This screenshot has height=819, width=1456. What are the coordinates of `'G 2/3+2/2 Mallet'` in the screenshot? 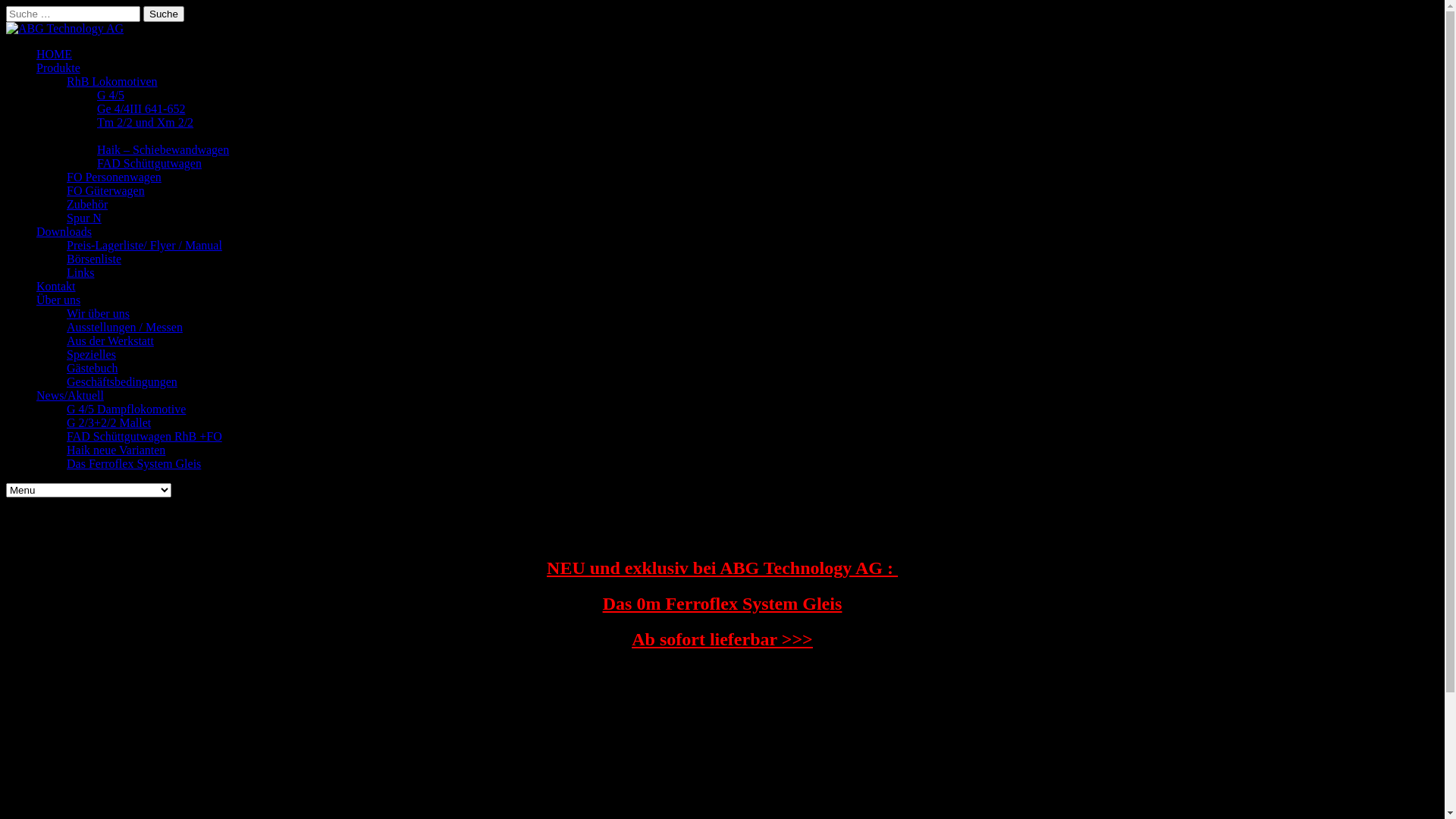 It's located at (108, 422).